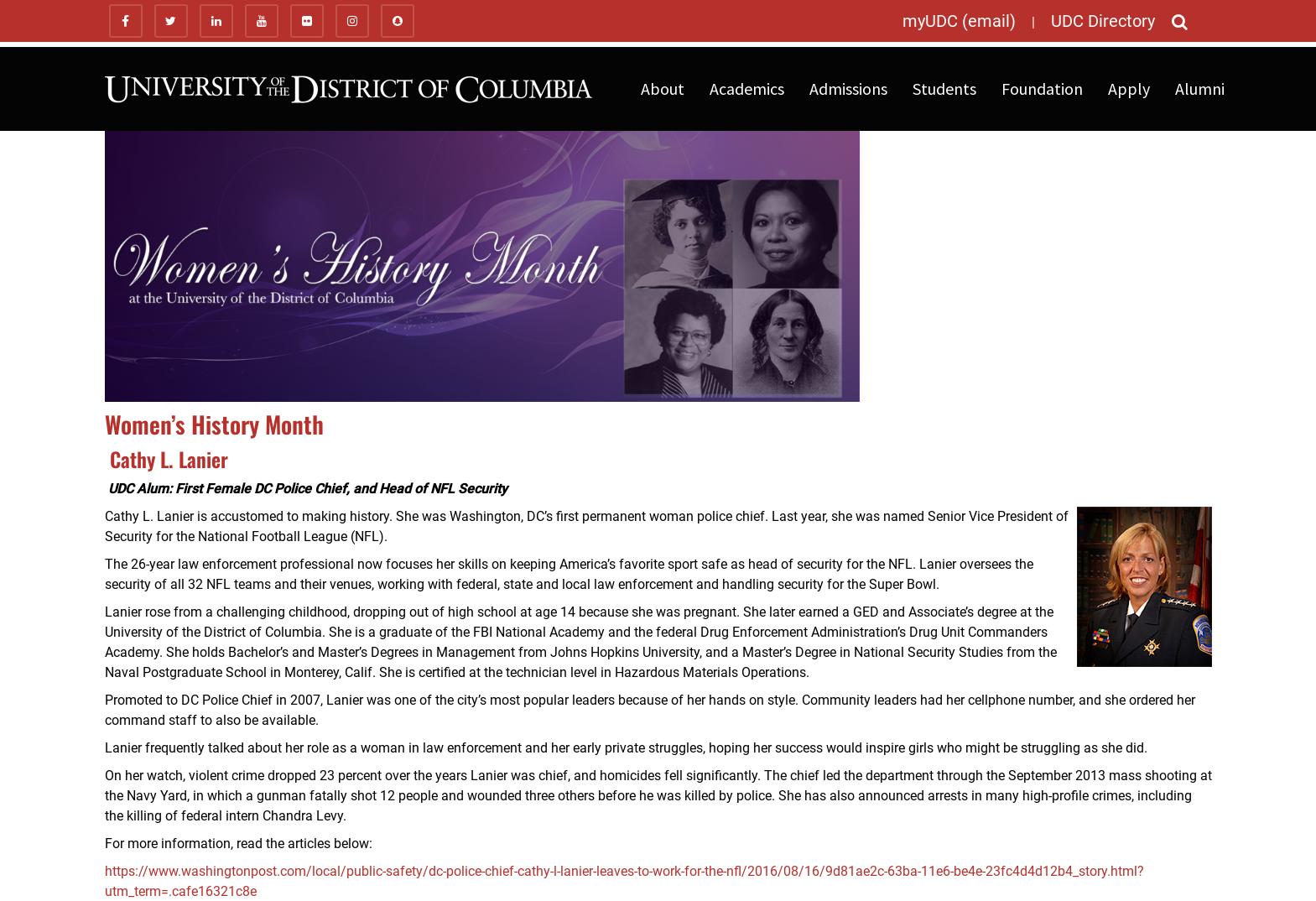 The height and width of the screenshot is (901, 1316). What do you see at coordinates (102, 710) in the screenshot?
I see `'Promoted to DC Police Chief in 2007, Lanier was one of the city’s most popular leaders because of her hands on style. Community leaders had her cellphone number, and she ordered her command staff to also be available.'` at bounding box center [102, 710].